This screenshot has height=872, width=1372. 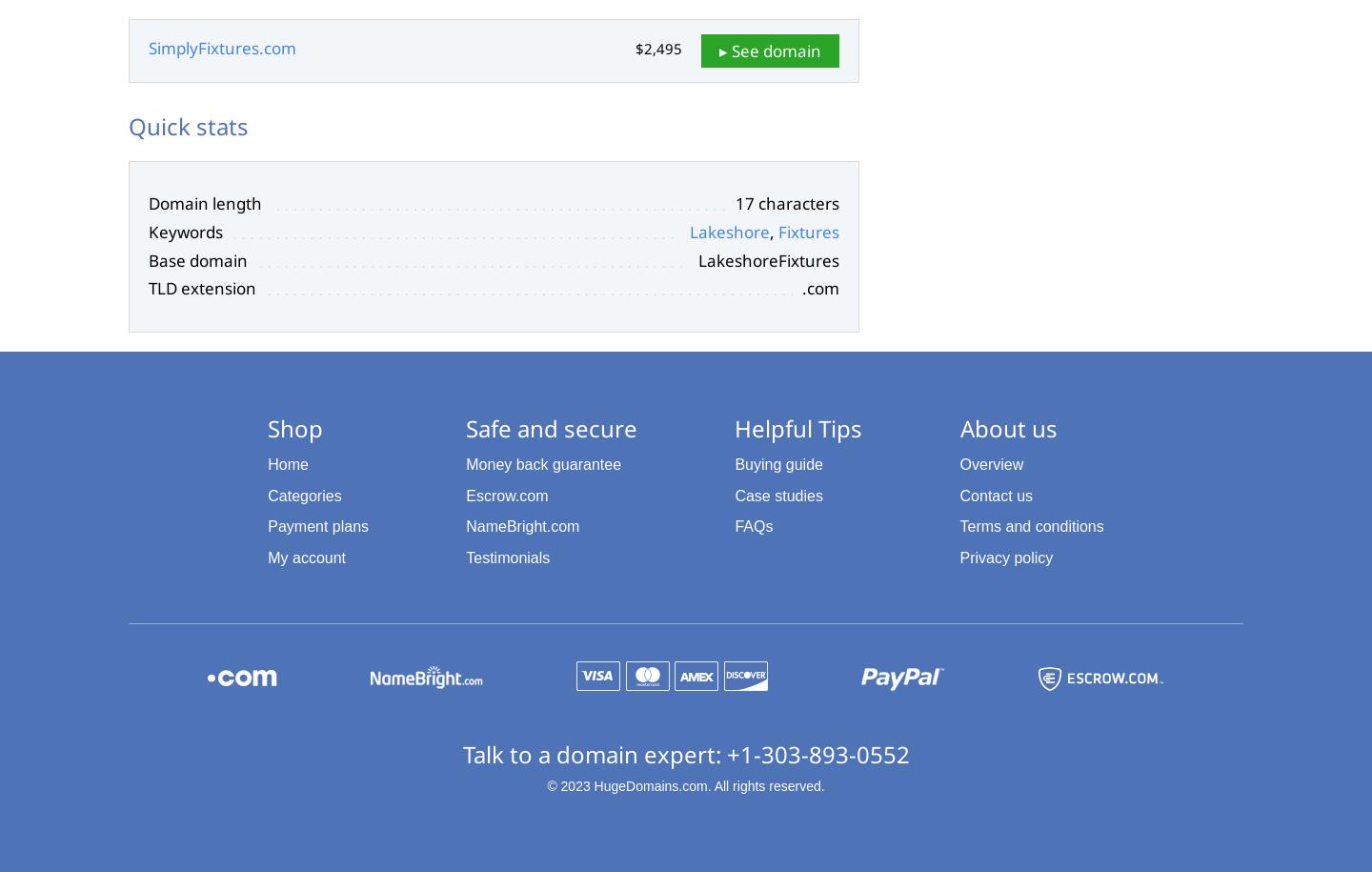 I want to click on 'SimplyFixtures.com', so click(x=222, y=48).